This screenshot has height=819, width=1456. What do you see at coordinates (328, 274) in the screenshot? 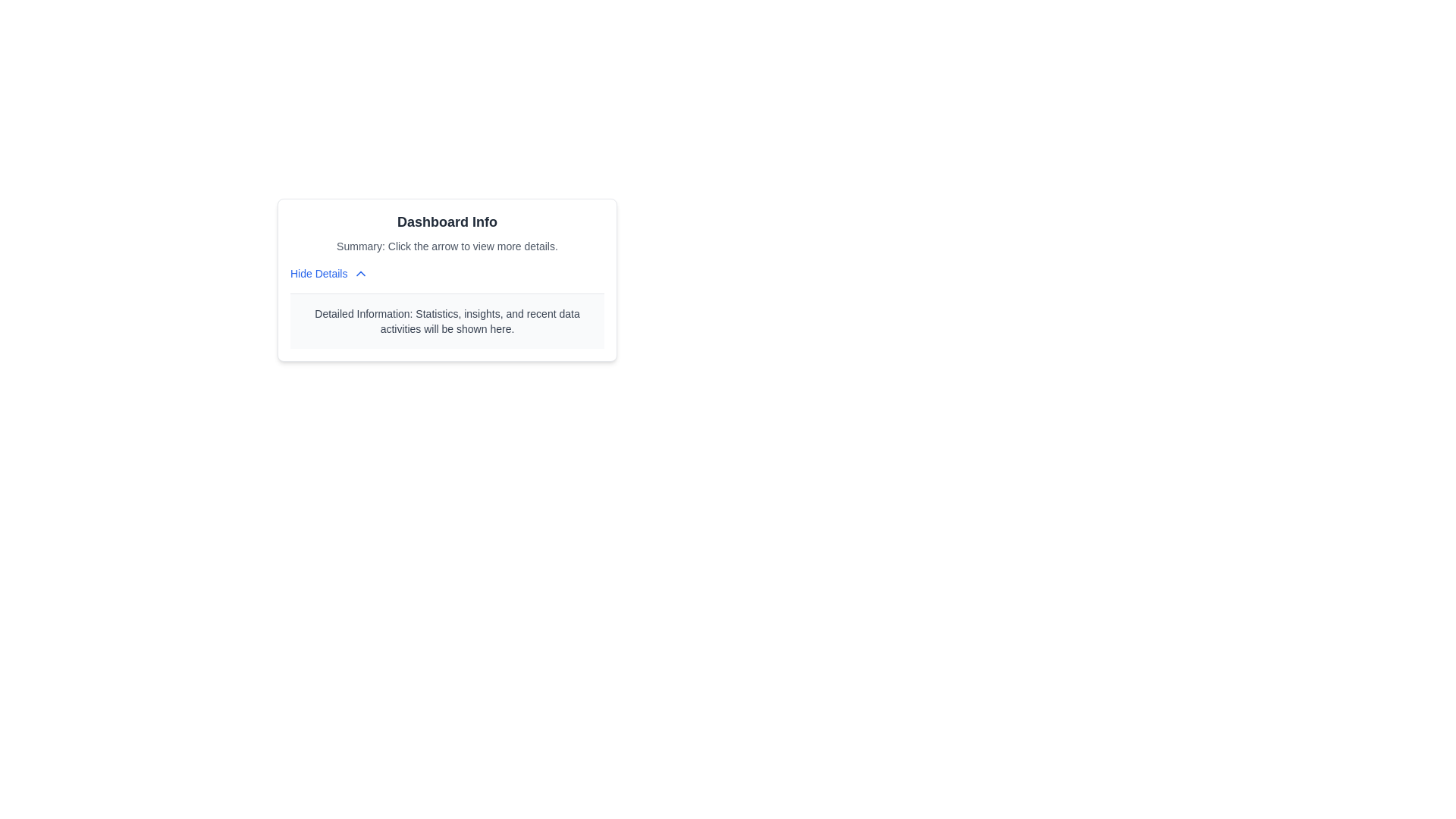
I see `the third Text Button with Icon below the 'Summary' text to hide the additional details displayed below it` at bounding box center [328, 274].